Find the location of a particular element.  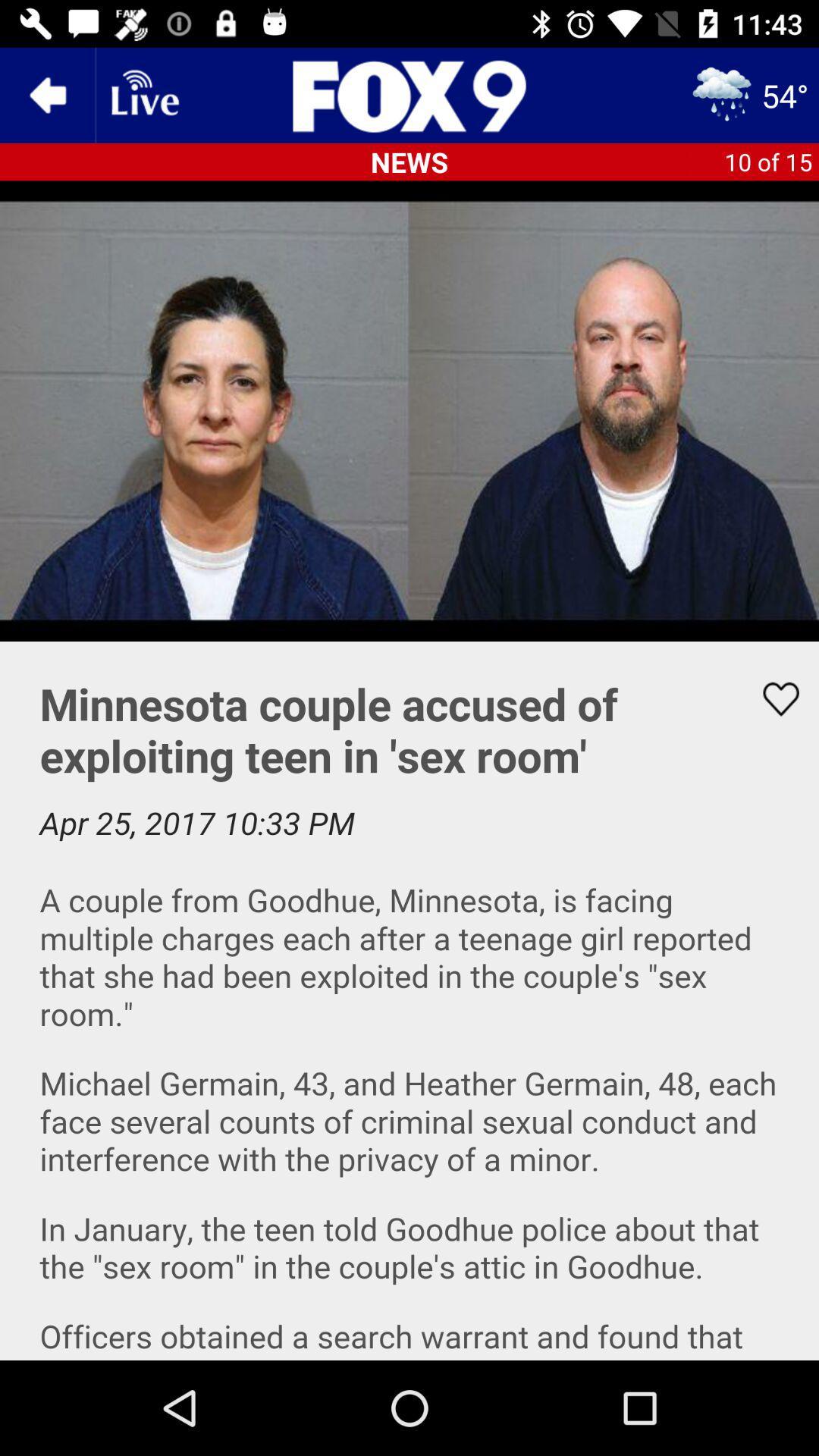

go homepage is located at coordinates (409, 94).